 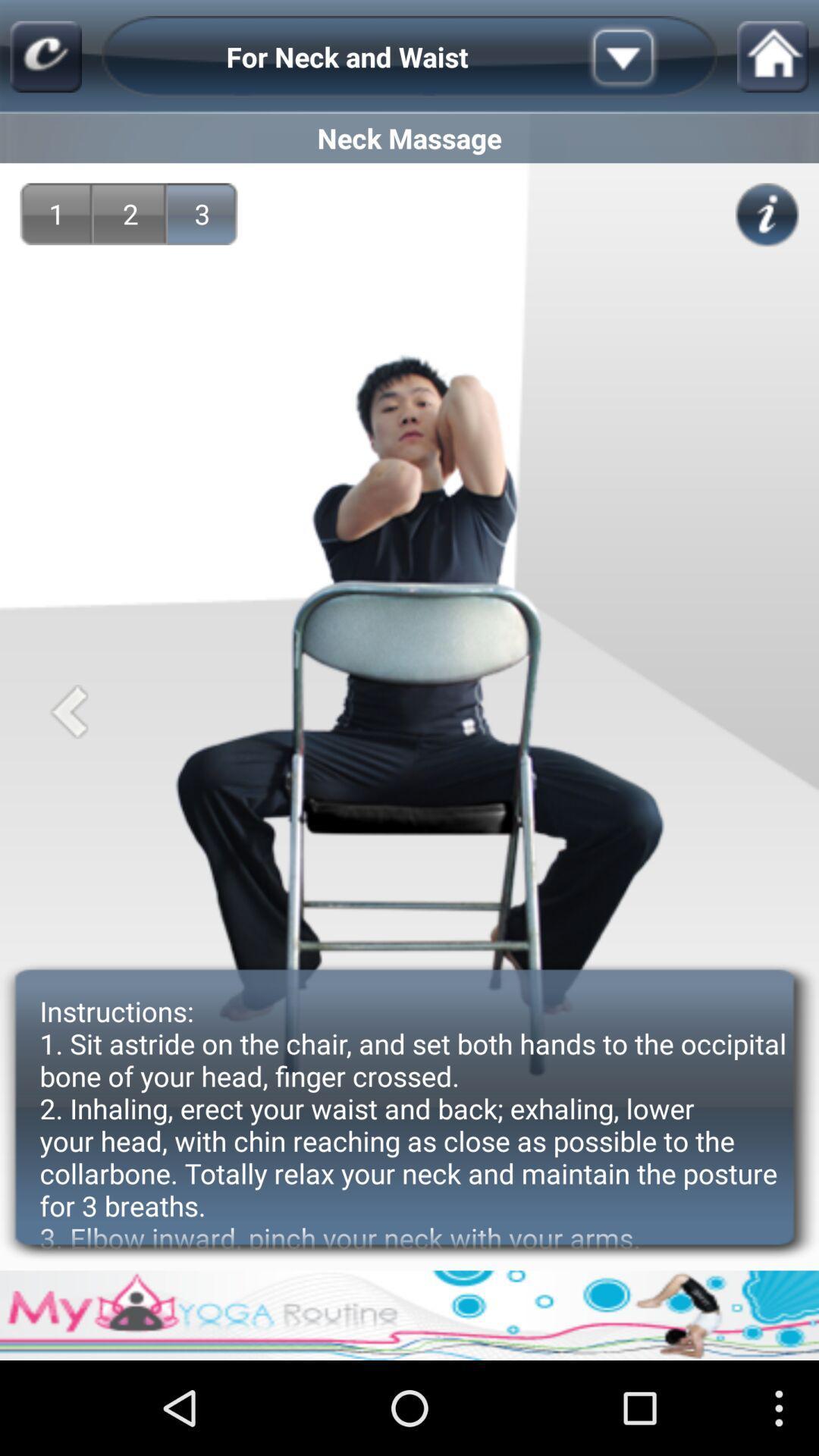 What do you see at coordinates (773, 57) in the screenshot?
I see `home` at bounding box center [773, 57].